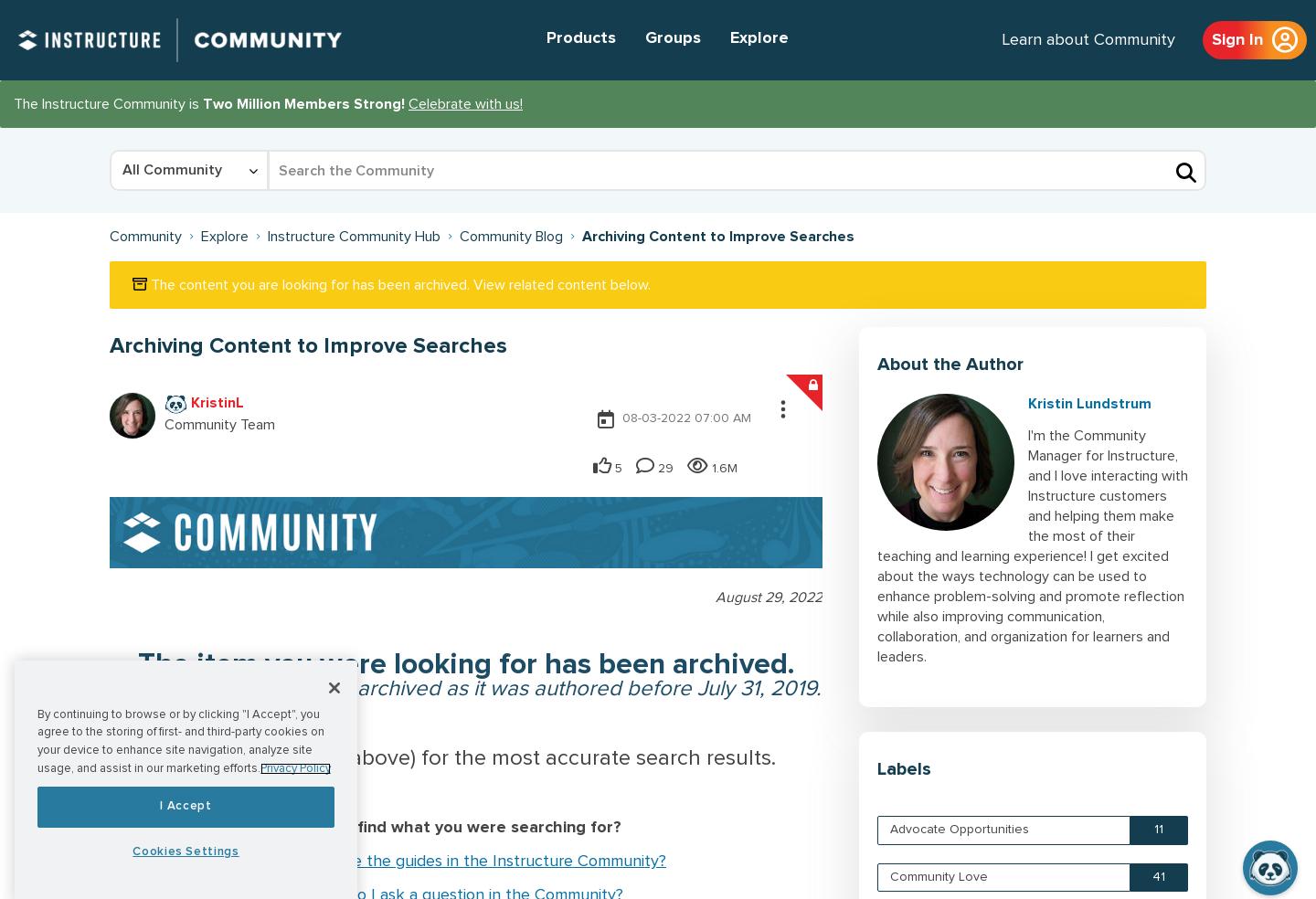 This screenshot has height=899, width=1316. What do you see at coordinates (464, 103) in the screenshot?
I see `'Celebrate with us!'` at bounding box center [464, 103].